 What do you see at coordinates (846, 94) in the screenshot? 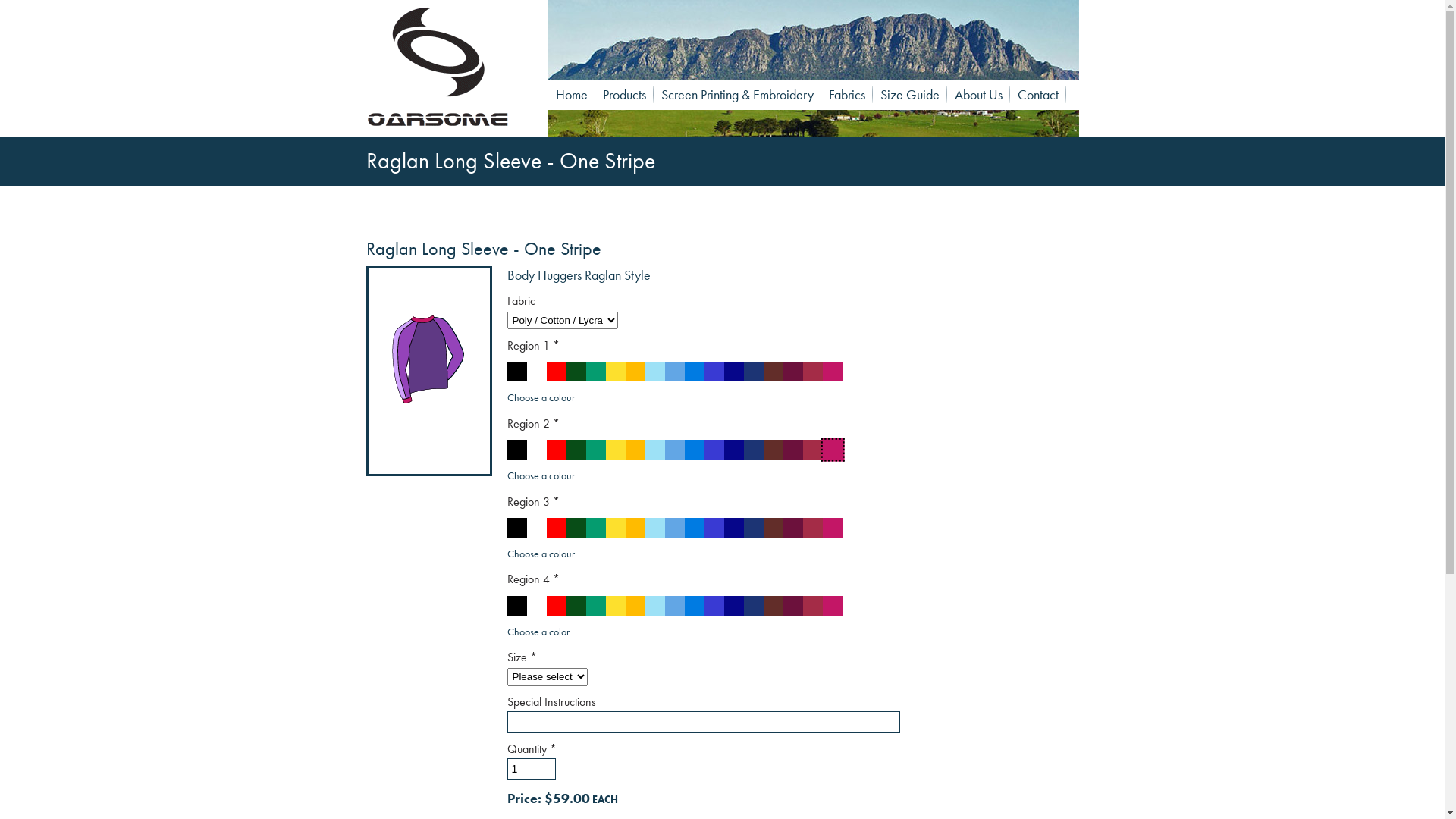
I see `'Fabrics'` at bounding box center [846, 94].